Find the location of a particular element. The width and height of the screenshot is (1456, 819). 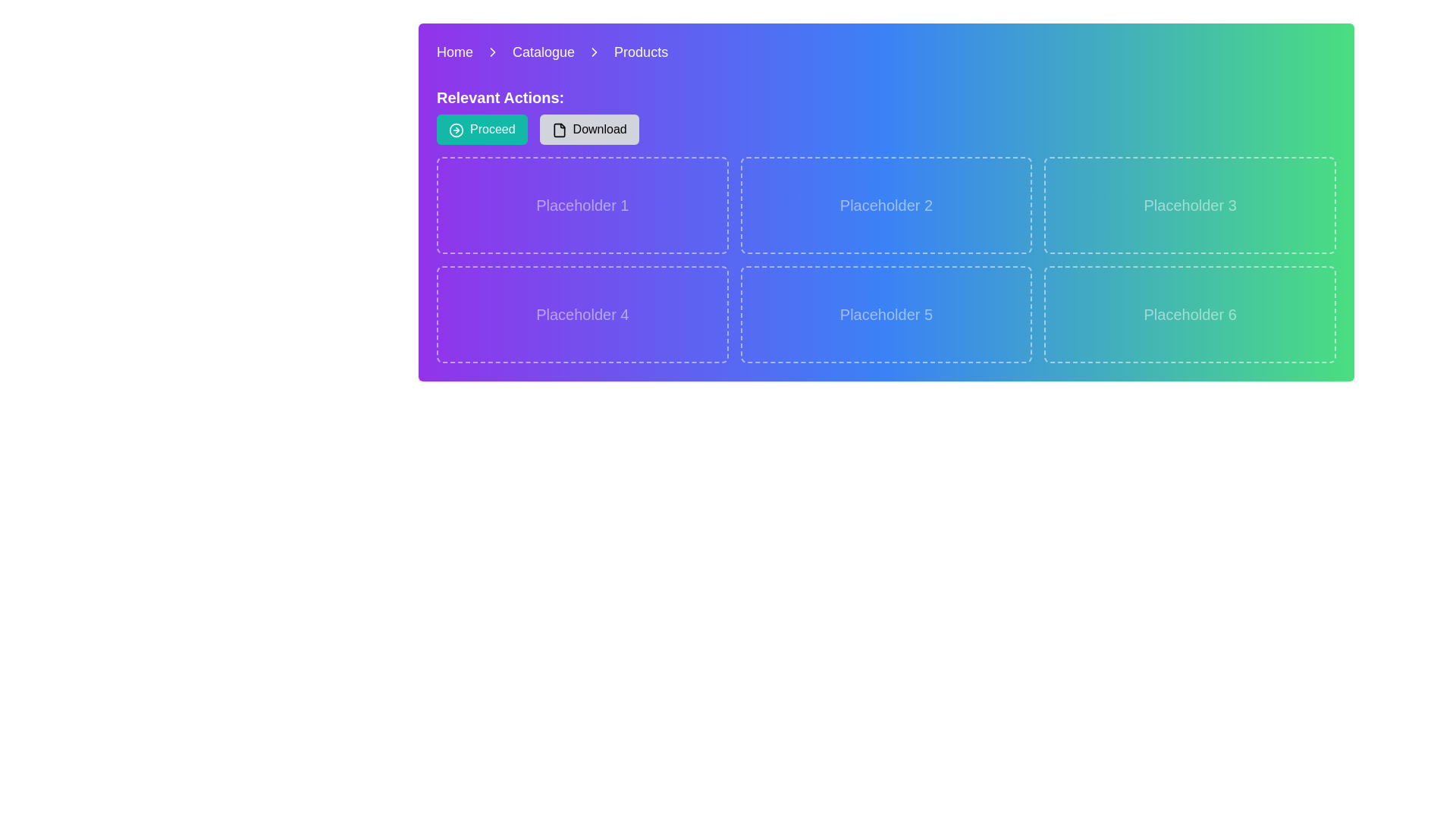

the 'Proceed' button located in the Action Button Group beneath the section header 'Relevant Actions:' is located at coordinates (538, 128).